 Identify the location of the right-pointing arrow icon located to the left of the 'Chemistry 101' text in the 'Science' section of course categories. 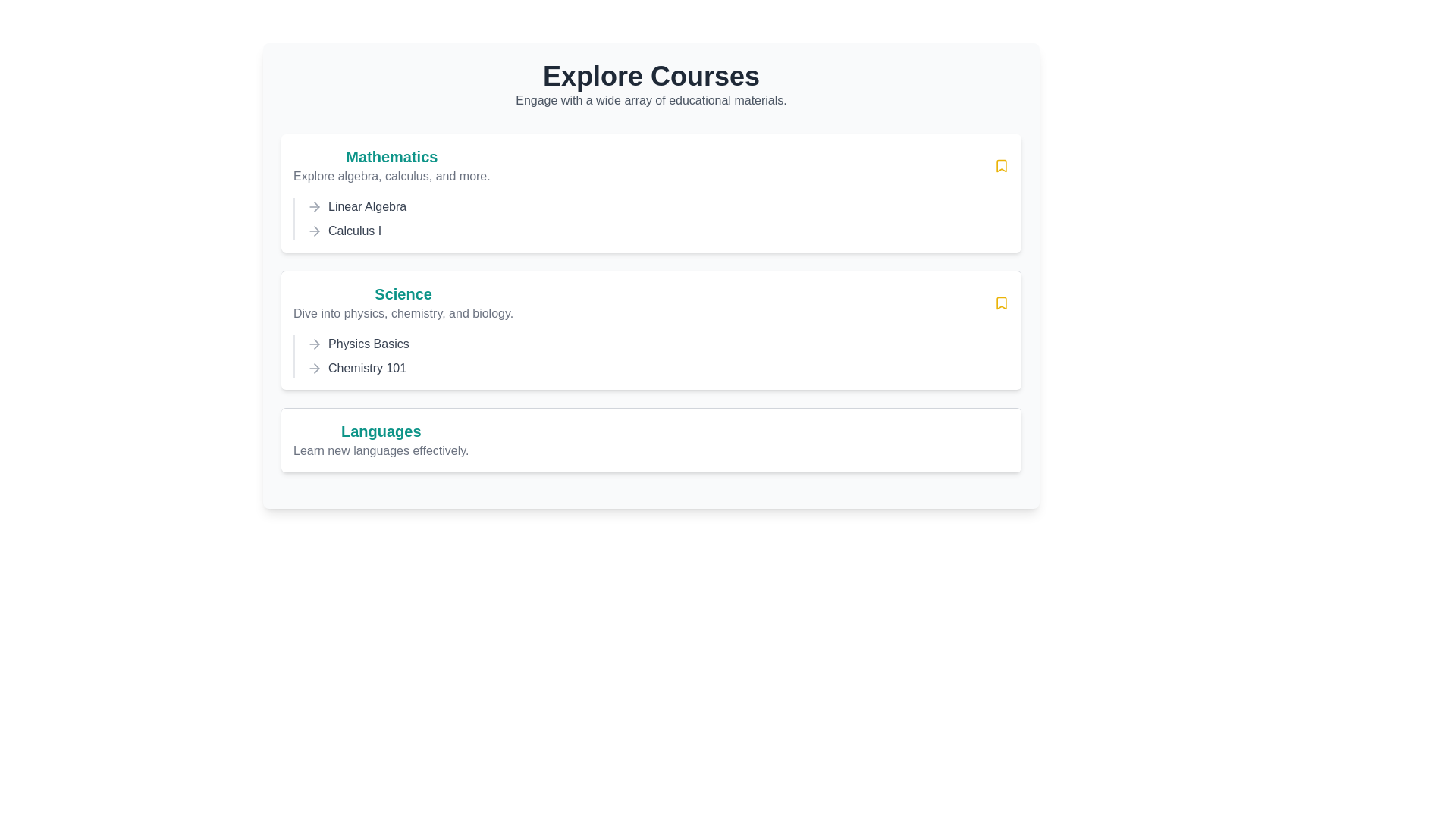
(313, 369).